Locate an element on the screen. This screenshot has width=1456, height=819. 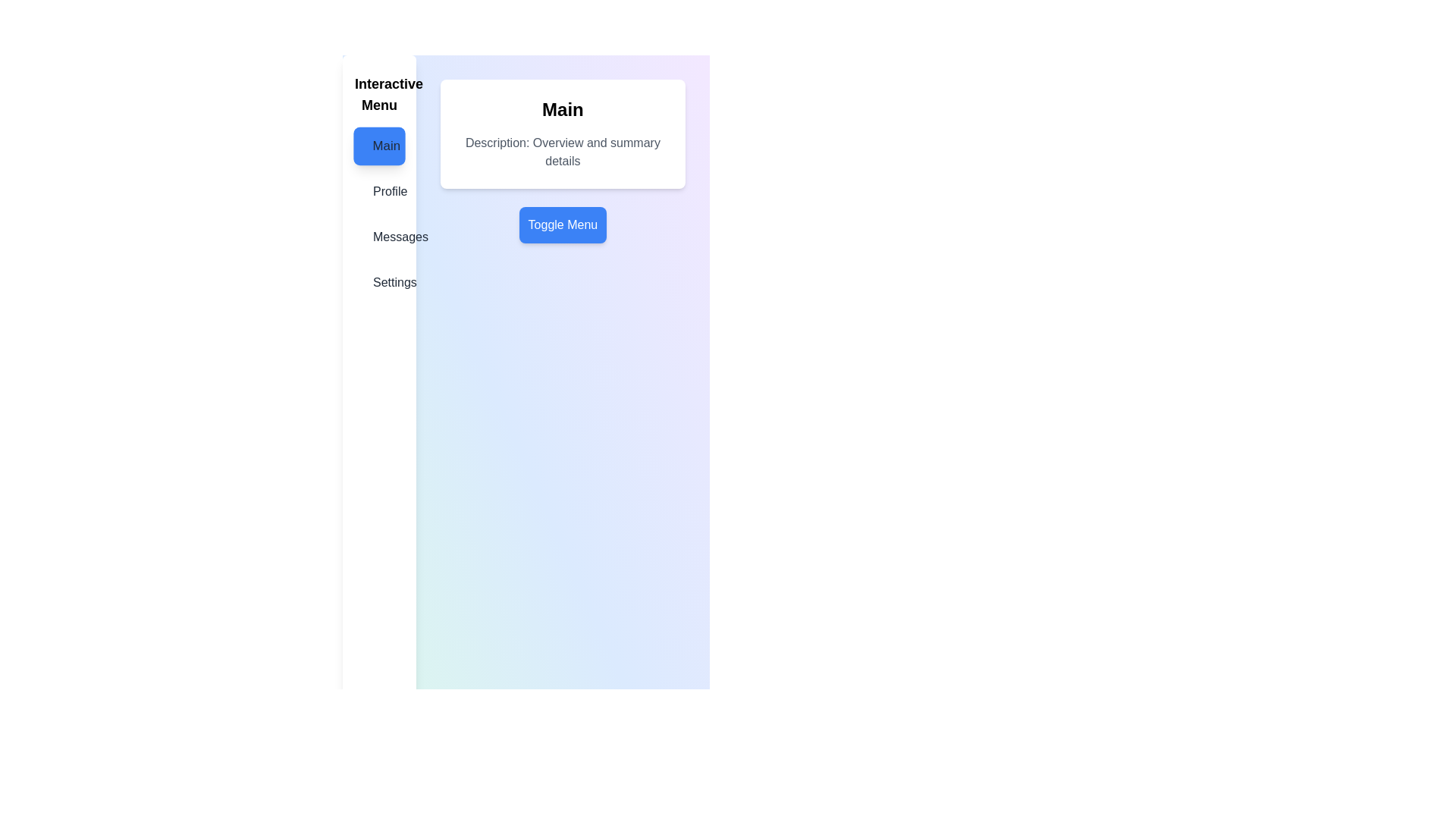
the menu item Messages from the menu is located at coordinates (378, 237).